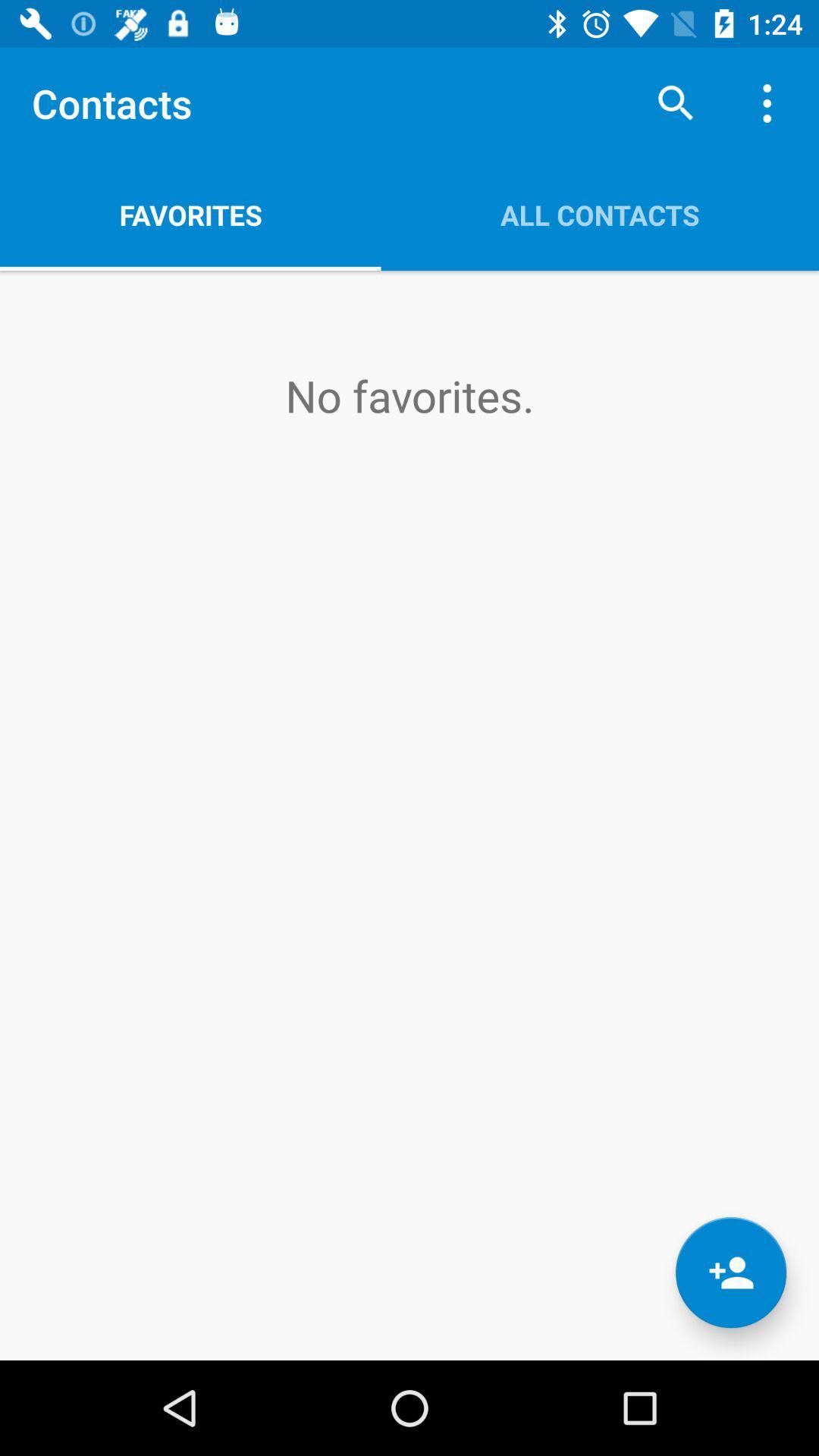 Image resolution: width=819 pixels, height=1456 pixels. What do you see at coordinates (730, 1272) in the screenshot?
I see `item at the bottom right corner` at bounding box center [730, 1272].